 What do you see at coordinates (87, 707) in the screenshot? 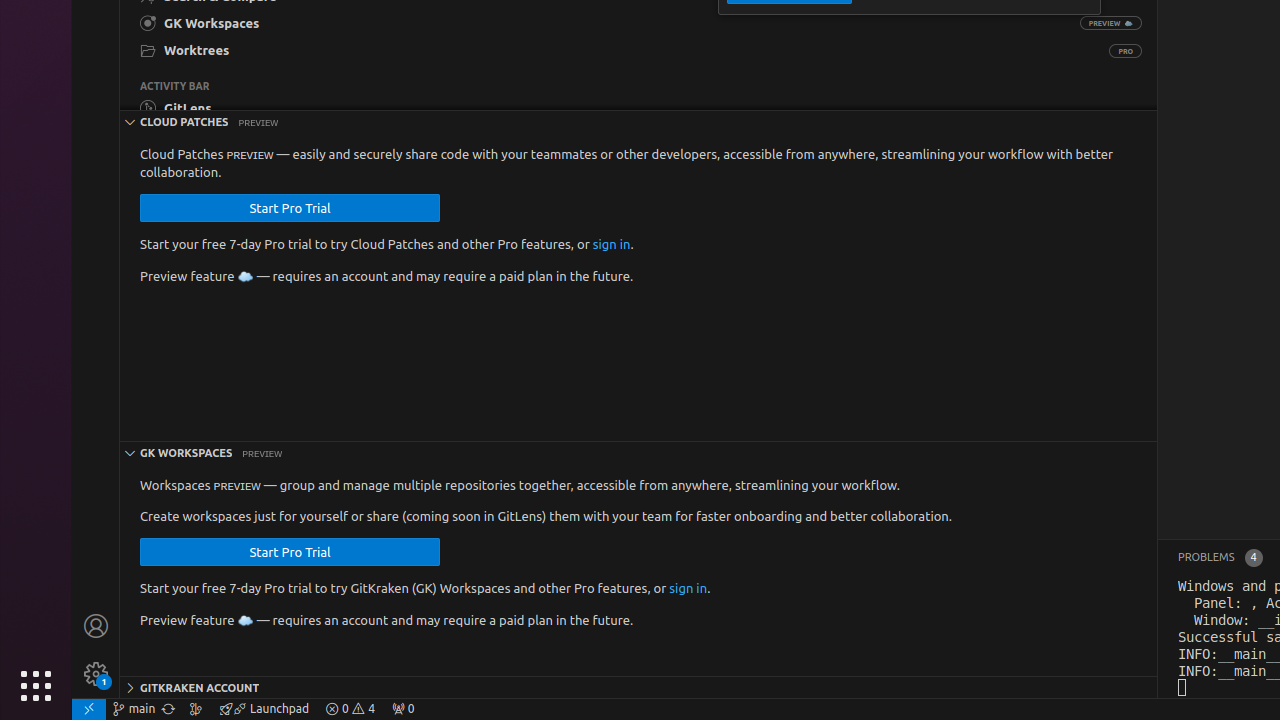
I see `'remote'` at bounding box center [87, 707].